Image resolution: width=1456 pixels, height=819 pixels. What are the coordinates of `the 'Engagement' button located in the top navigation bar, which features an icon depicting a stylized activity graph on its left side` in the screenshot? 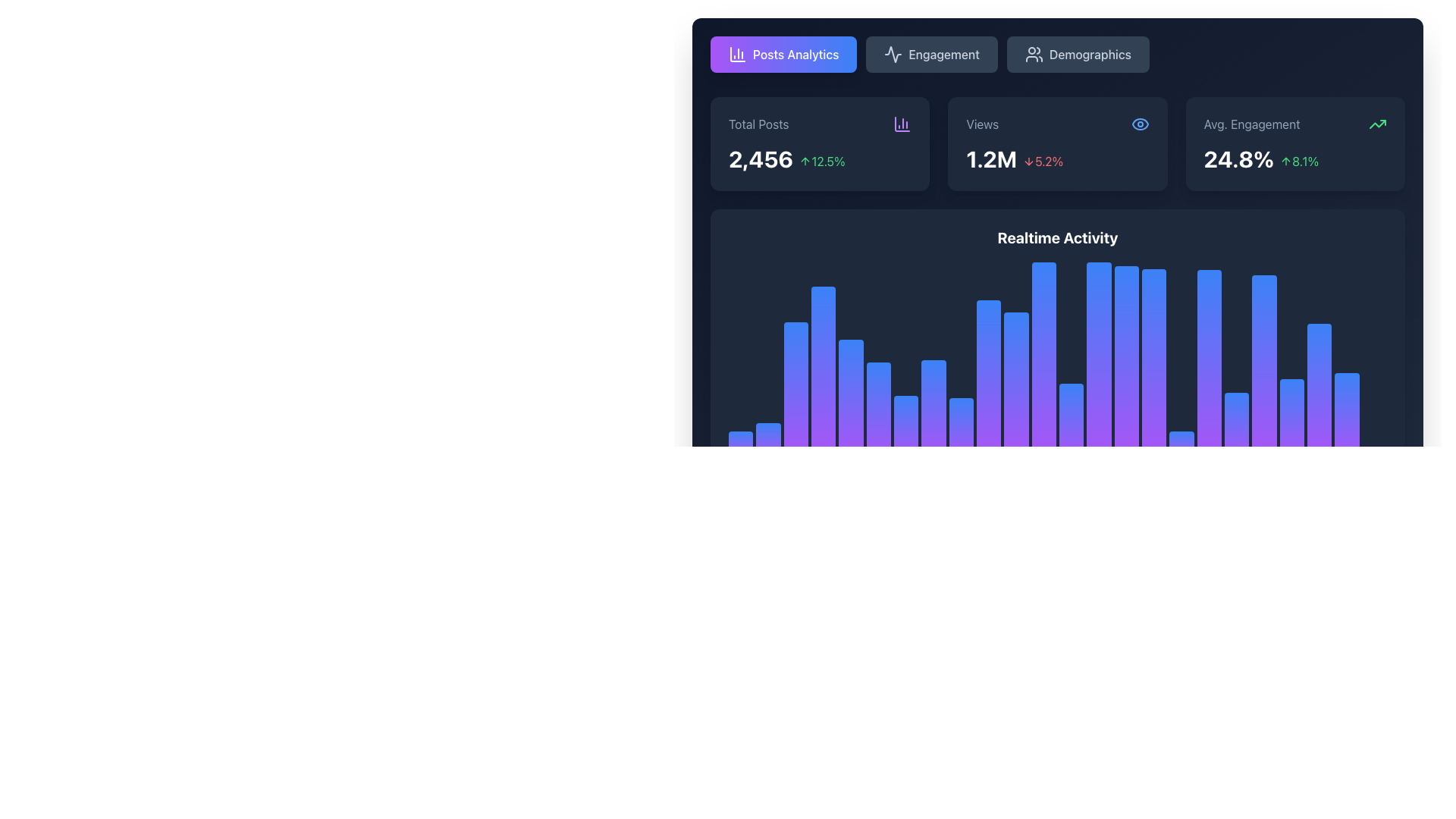 It's located at (893, 54).